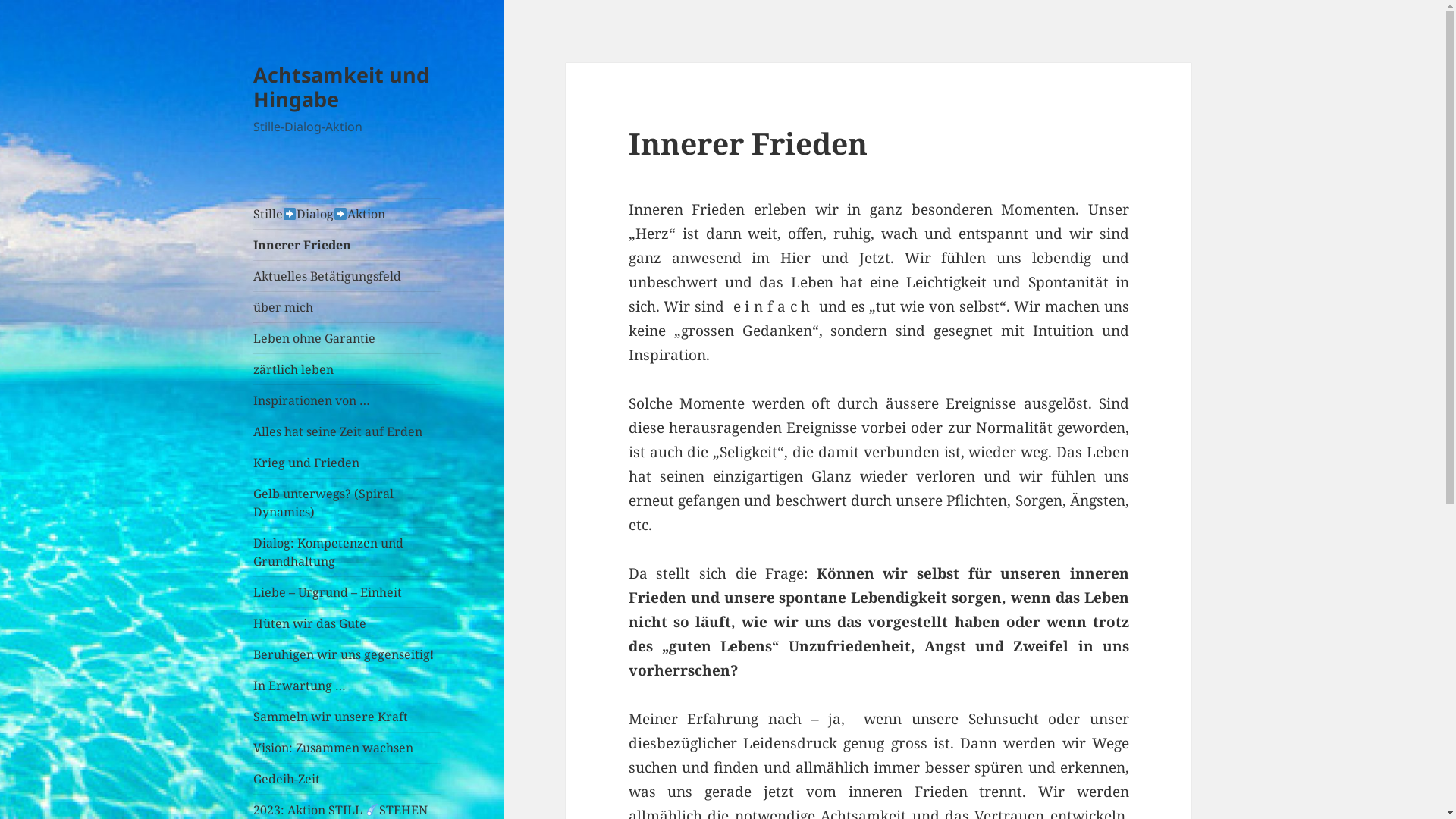 This screenshot has height=819, width=1456. Describe the element at coordinates (253, 778) in the screenshot. I see `'Gedeih-Zeit'` at that location.